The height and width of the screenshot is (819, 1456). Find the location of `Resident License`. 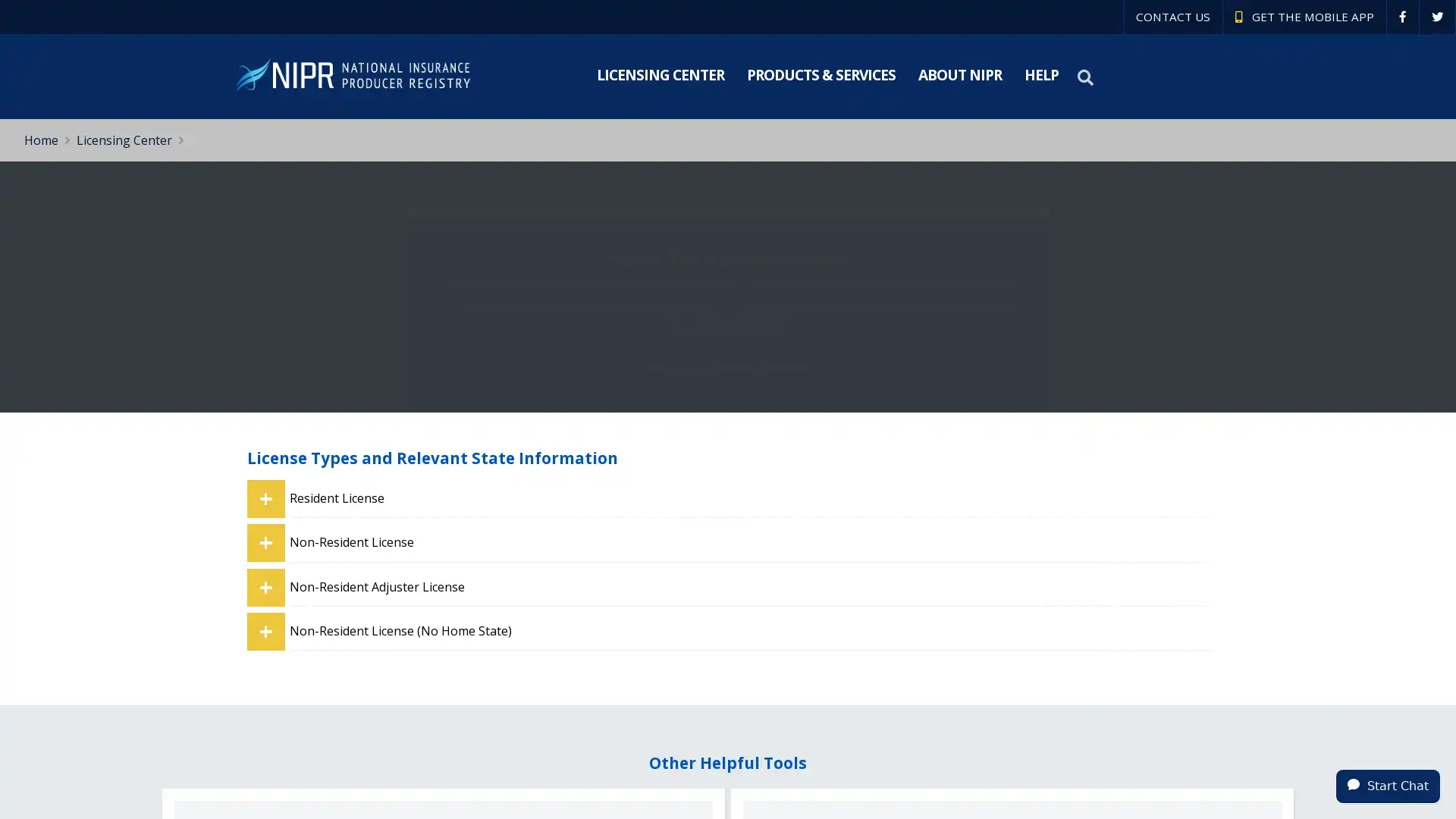

Resident License is located at coordinates (749, 498).